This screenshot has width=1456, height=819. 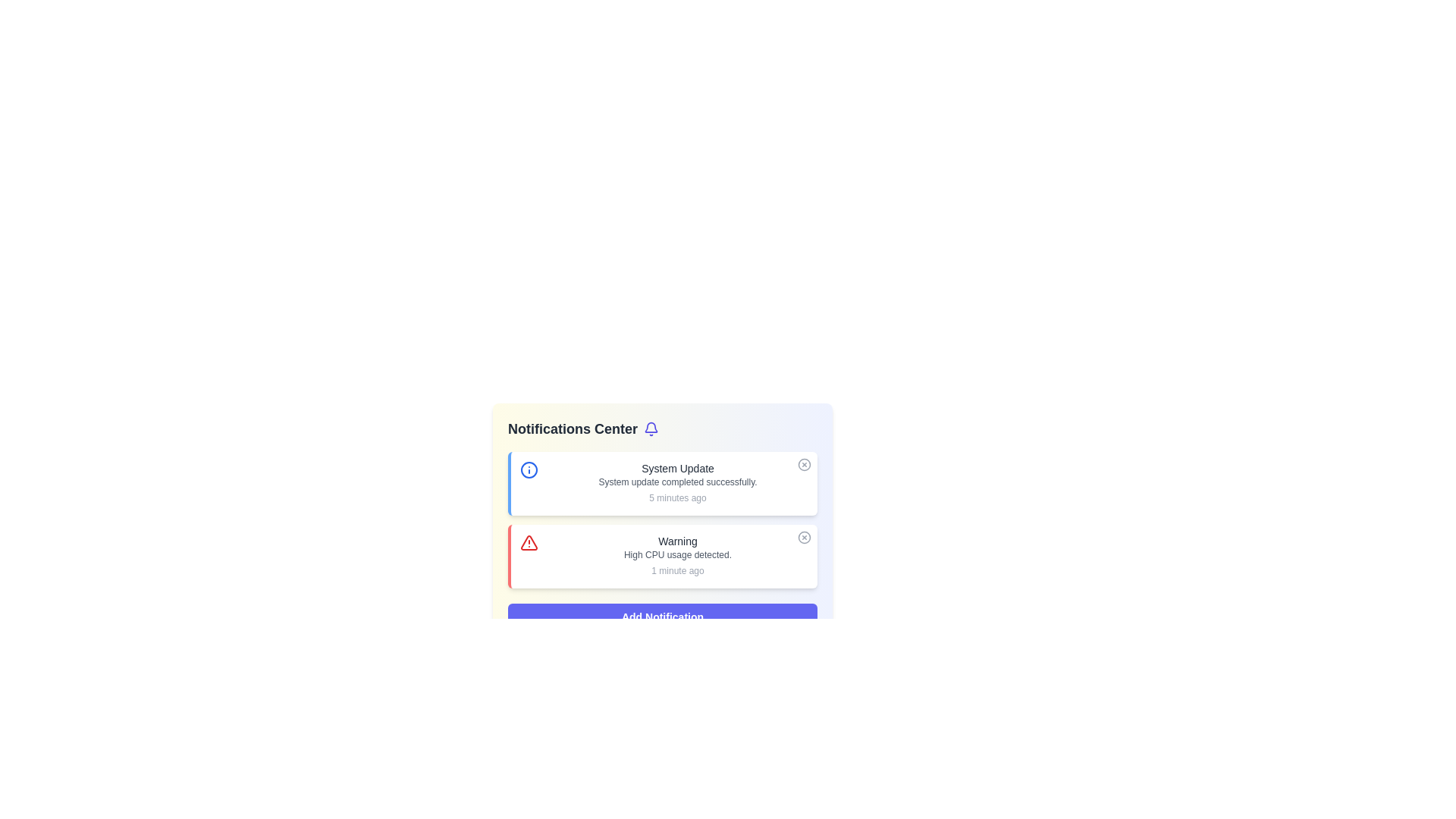 What do you see at coordinates (676, 540) in the screenshot?
I see `the 'Warning' text label located in the notification center` at bounding box center [676, 540].